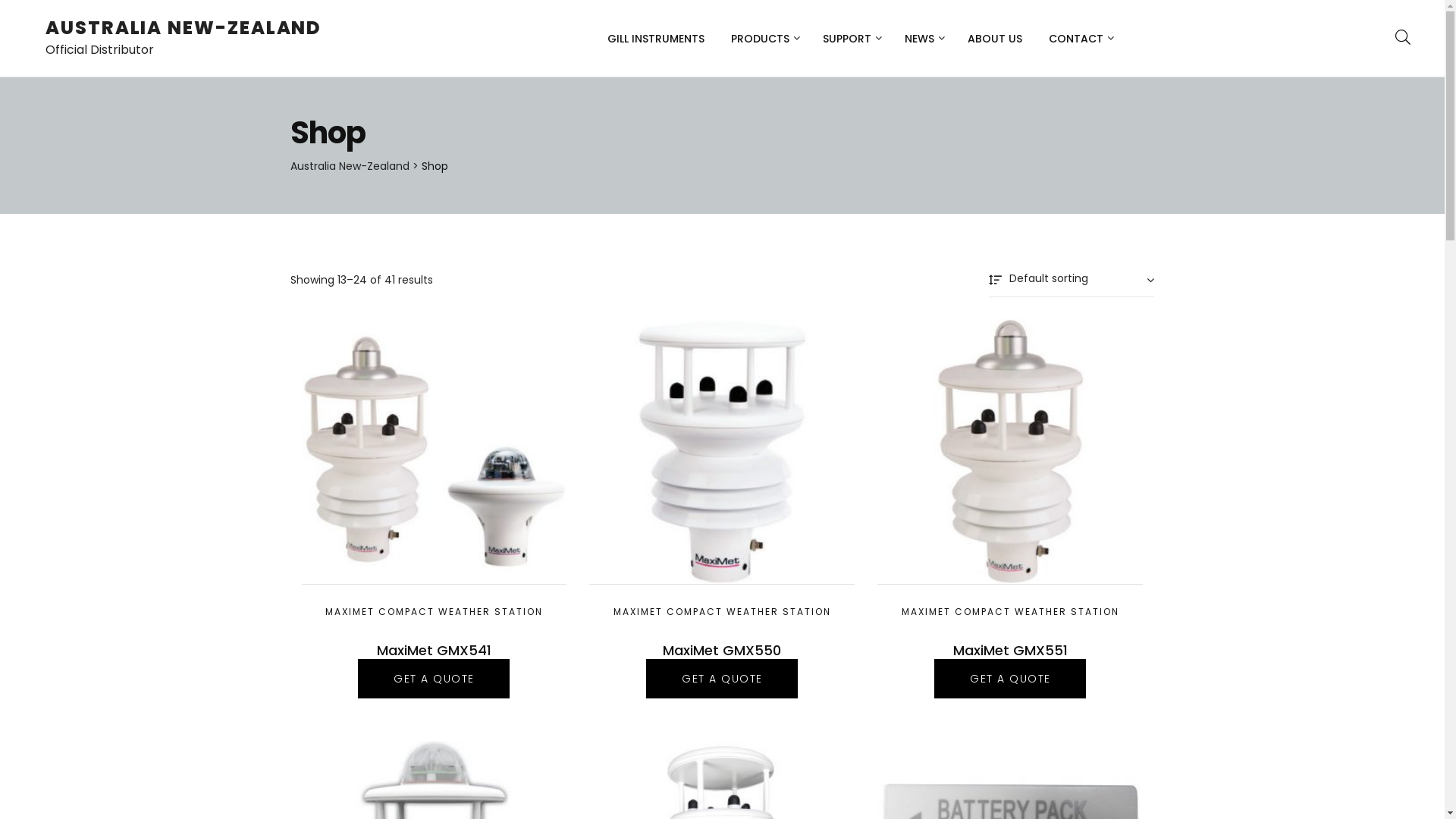 This screenshot has height=819, width=1456. I want to click on 'MaxiMet GMX550', so click(720, 649).